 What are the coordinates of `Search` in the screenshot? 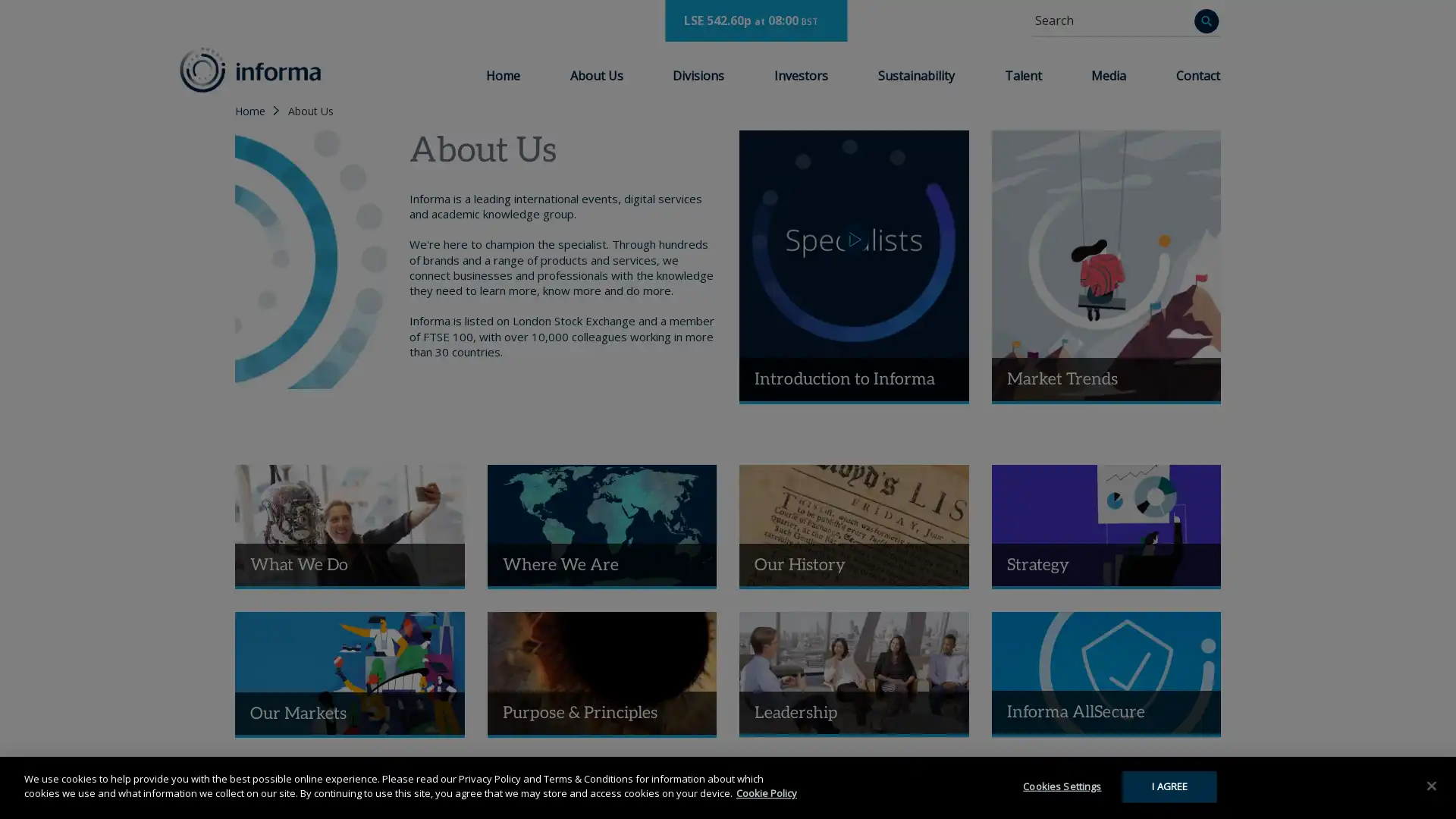 It's located at (1206, 21).